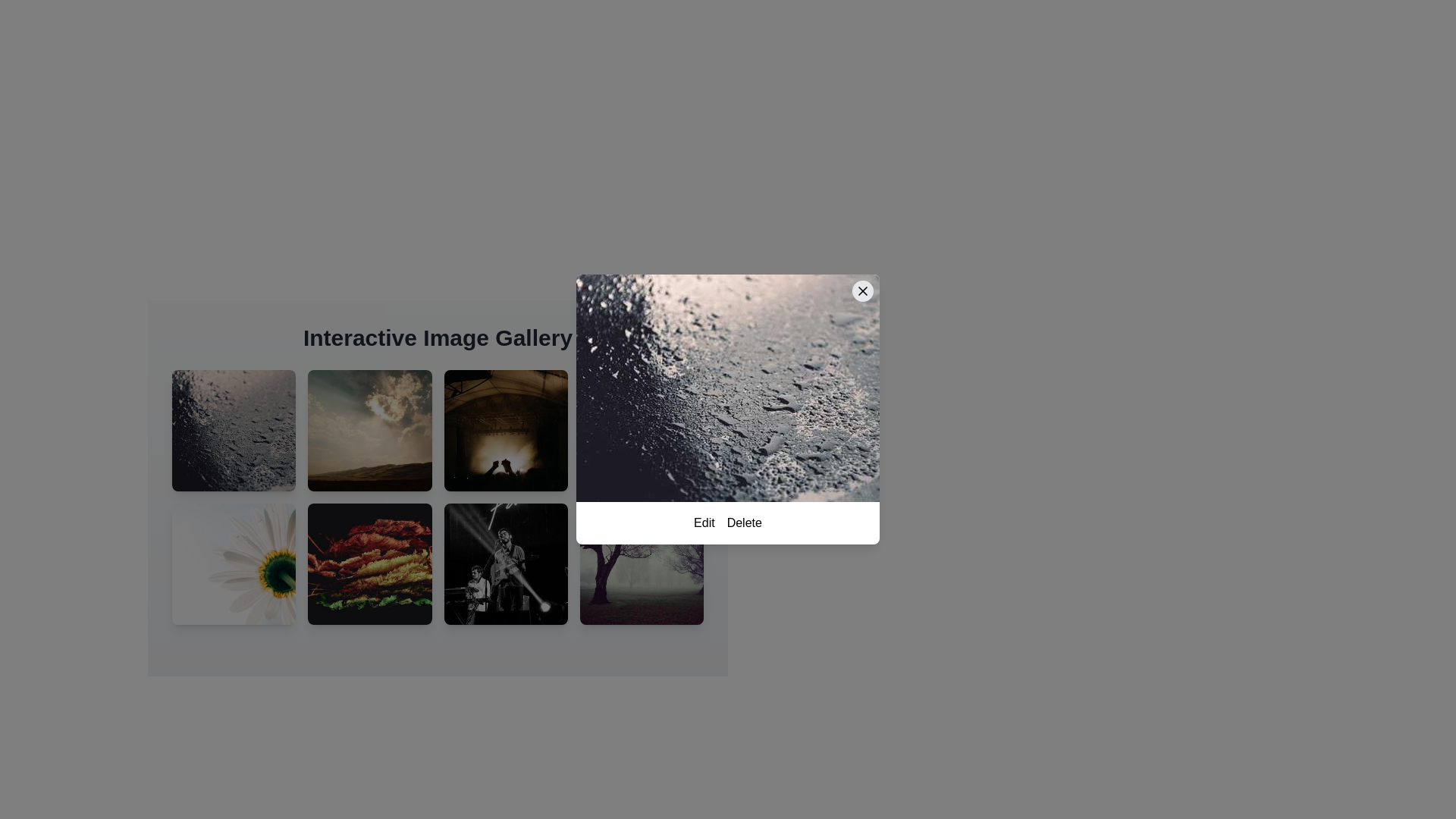 The height and width of the screenshot is (819, 1456). What do you see at coordinates (233, 430) in the screenshot?
I see `the zoom-in icon located on the first tile of the interactive image grid to initiate a zoom-in action` at bounding box center [233, 430].